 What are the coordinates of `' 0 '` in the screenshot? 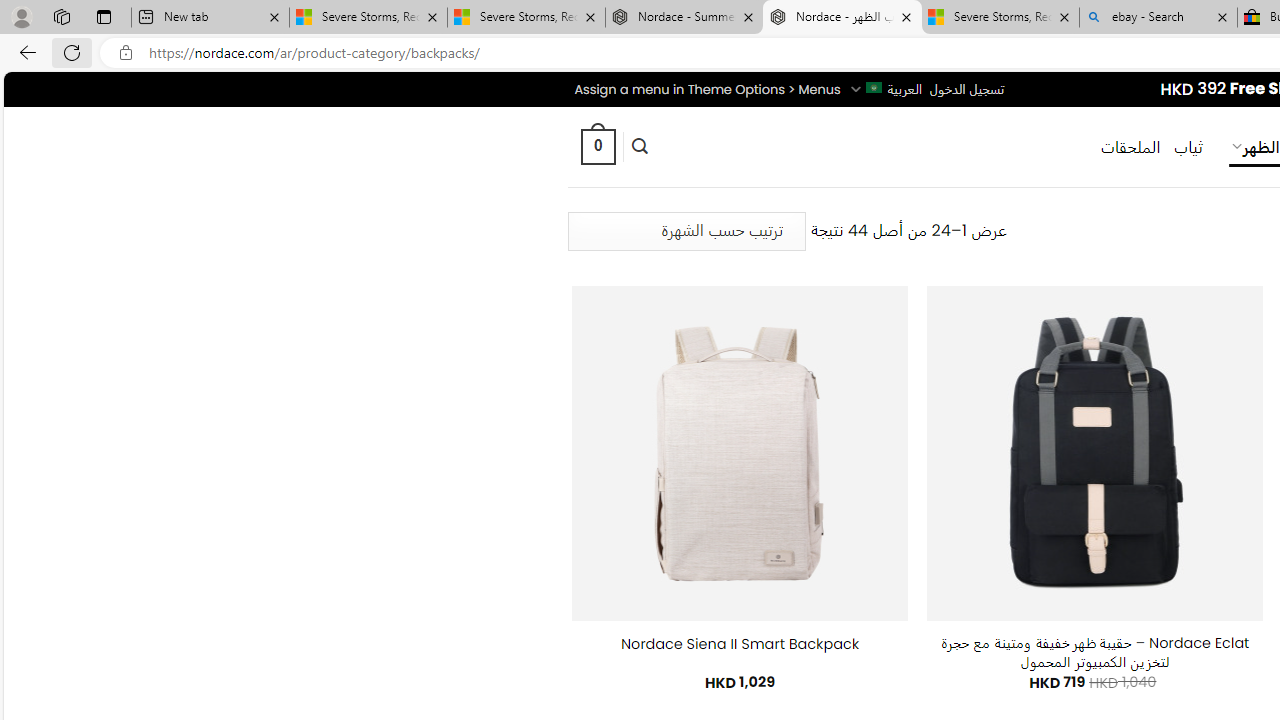 It's located at (596, 145).